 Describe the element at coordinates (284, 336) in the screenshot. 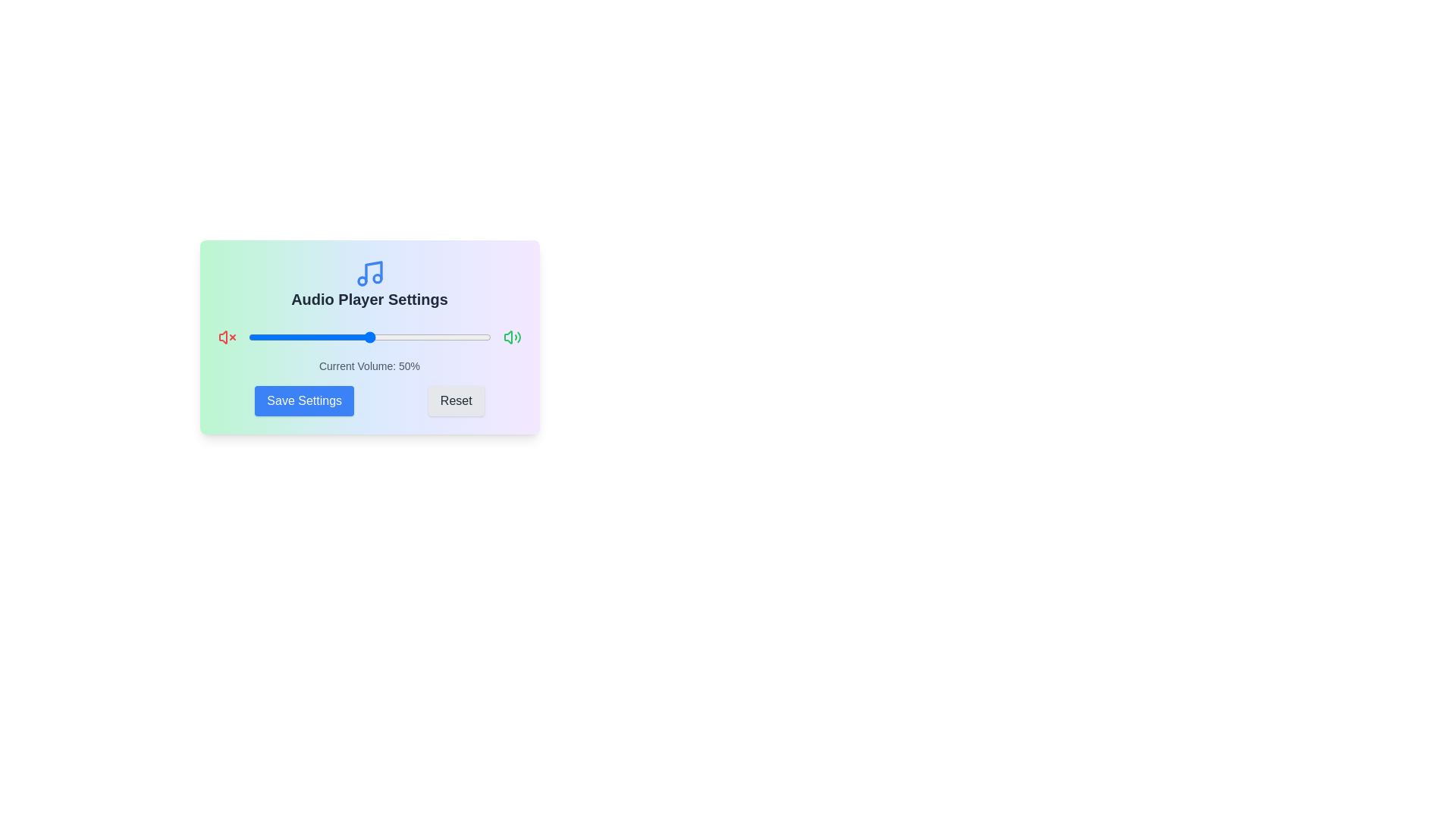

I see `the slider value` at that location.